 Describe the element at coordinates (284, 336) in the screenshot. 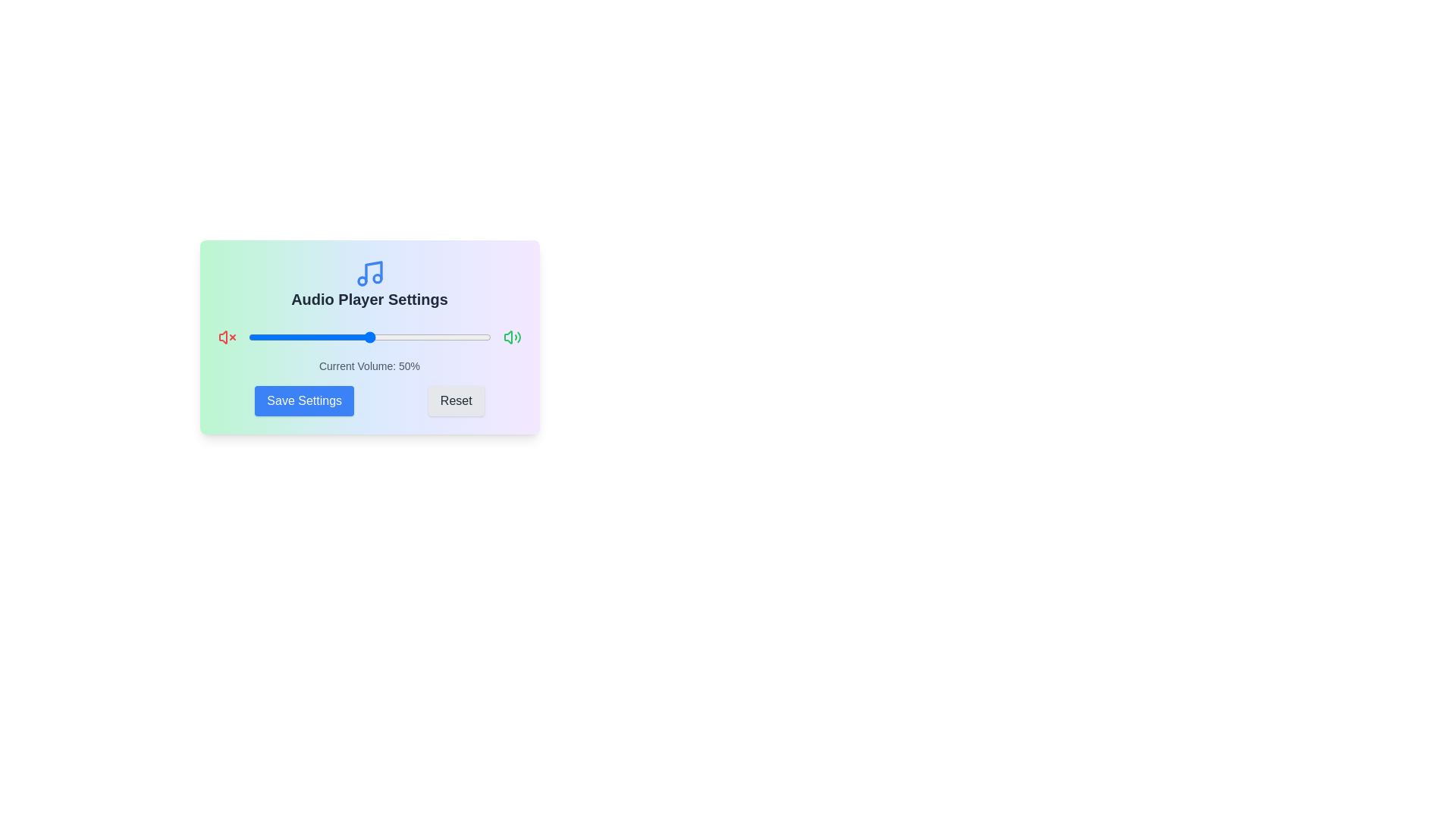

I see `the slider value` at that location.